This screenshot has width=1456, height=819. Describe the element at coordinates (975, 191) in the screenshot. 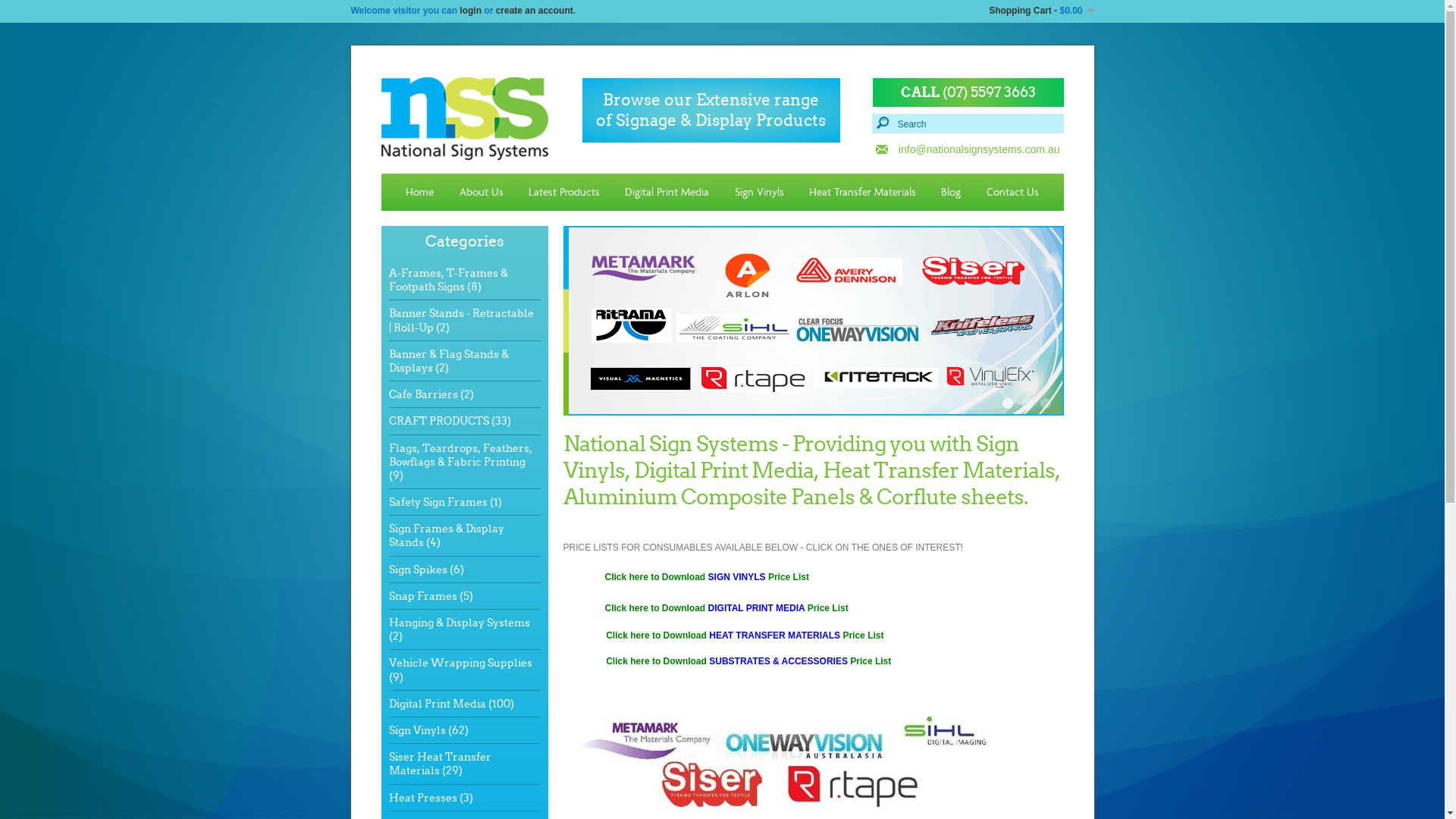

I see `'Contact Us'` at that location.